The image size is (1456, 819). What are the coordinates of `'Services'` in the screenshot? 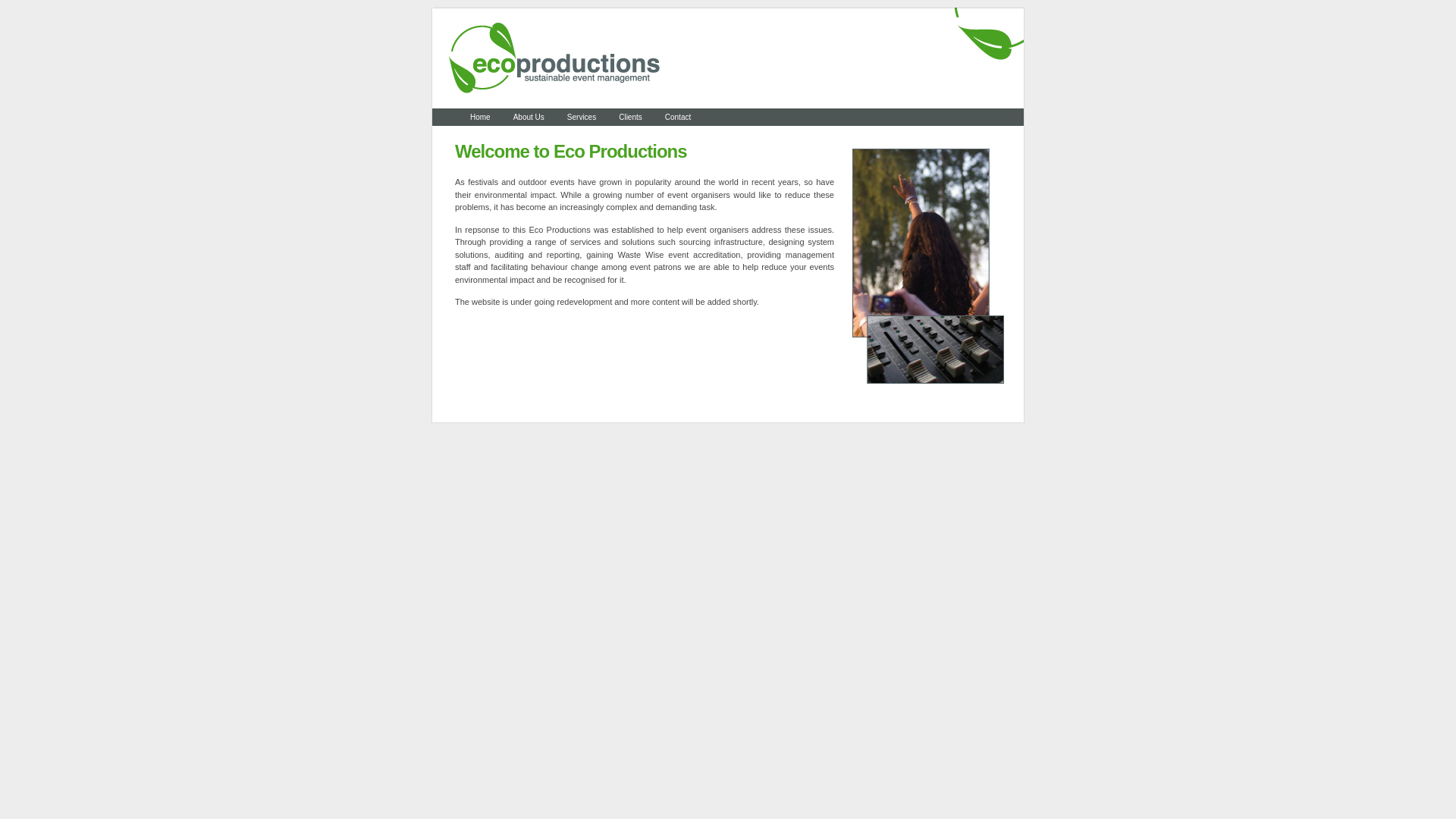 It's located at (581, 116).